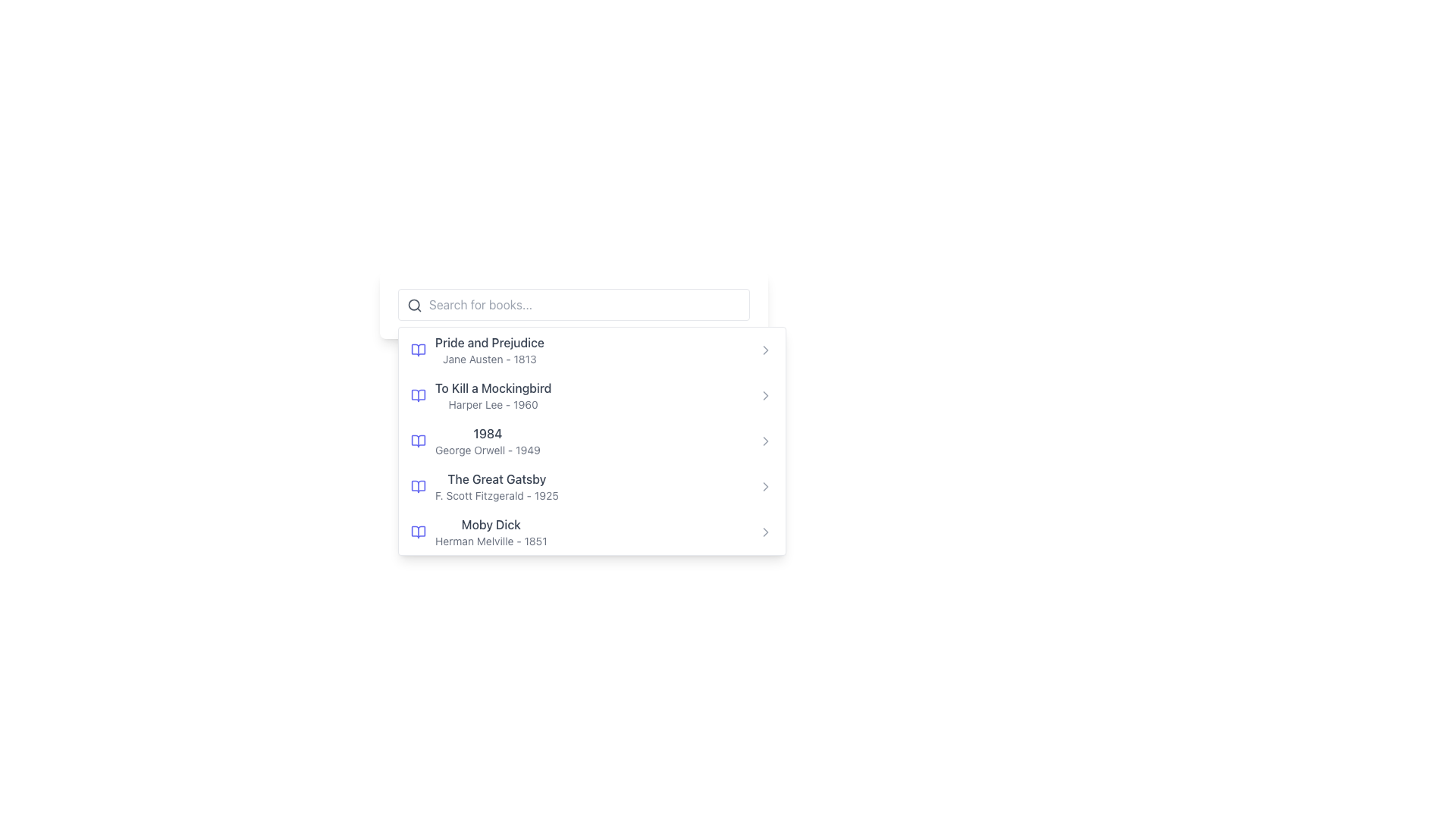  I want to click on the small indigo book icon that is positioned to the left of the text 'To Kill a Mockingbird Harper Lee - 1960', so click(419, 394).